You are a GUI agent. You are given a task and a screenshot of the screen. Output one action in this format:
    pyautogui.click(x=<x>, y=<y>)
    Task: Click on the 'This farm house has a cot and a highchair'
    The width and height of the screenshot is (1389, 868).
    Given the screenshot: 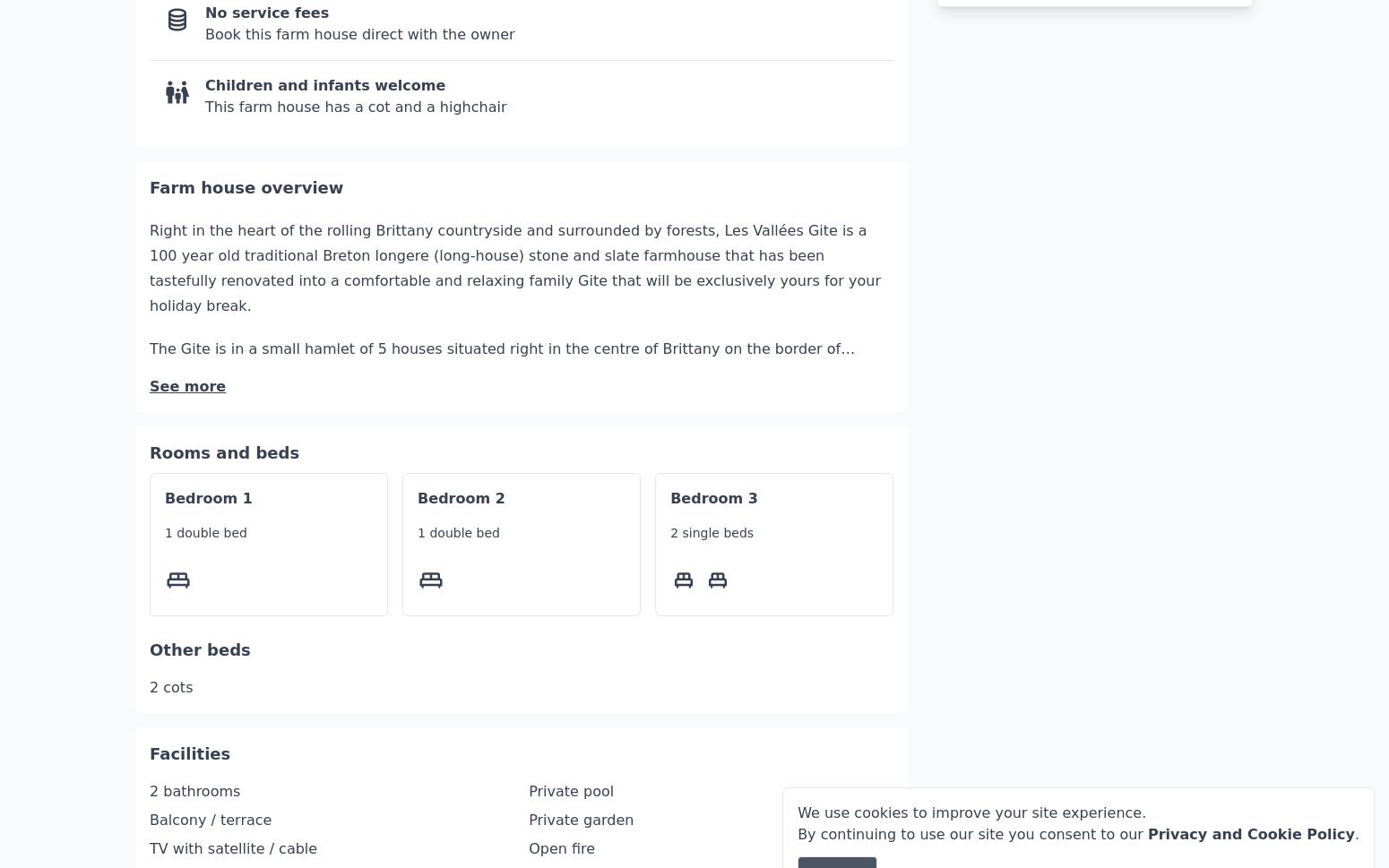 What is the action you would take?
    pyautogui.click(x=355, y=52)
    